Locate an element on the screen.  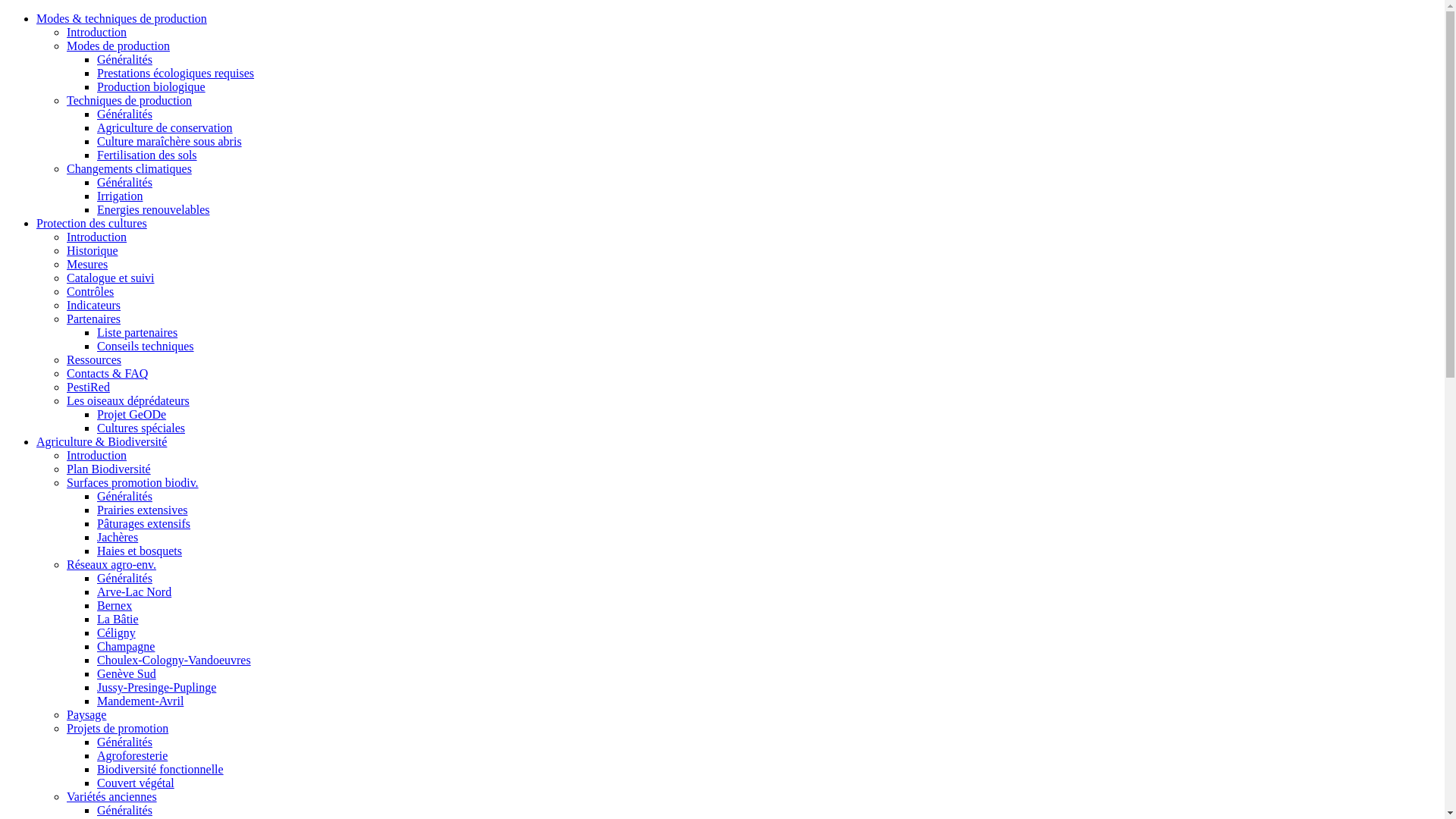
'Conseils techniques' is located at coordinates (146, 346).